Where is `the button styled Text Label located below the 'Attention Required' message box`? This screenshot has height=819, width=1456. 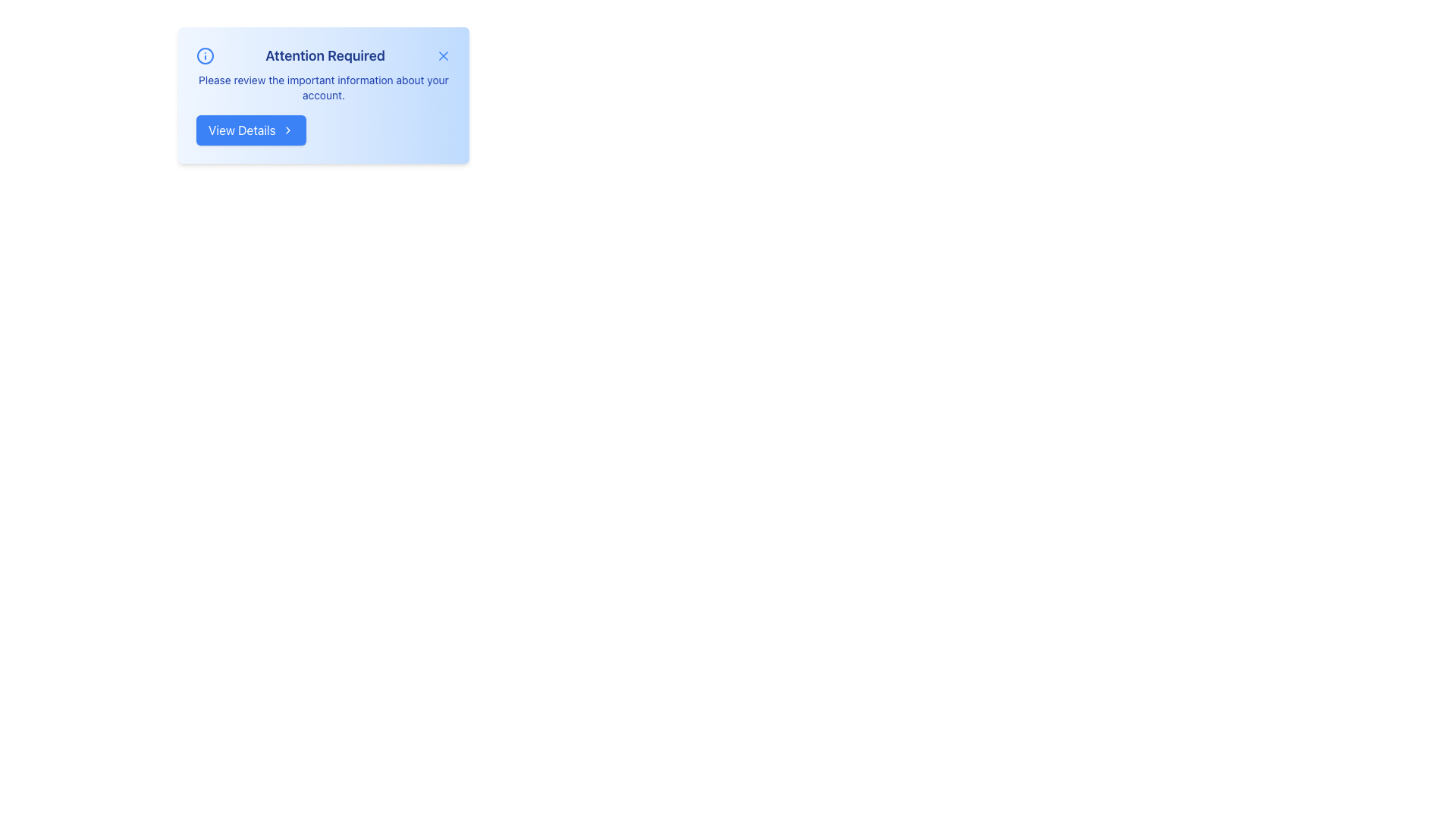 the button styled Text Label located below the 'Attention Required' message box is located at coordinates (241, 130).